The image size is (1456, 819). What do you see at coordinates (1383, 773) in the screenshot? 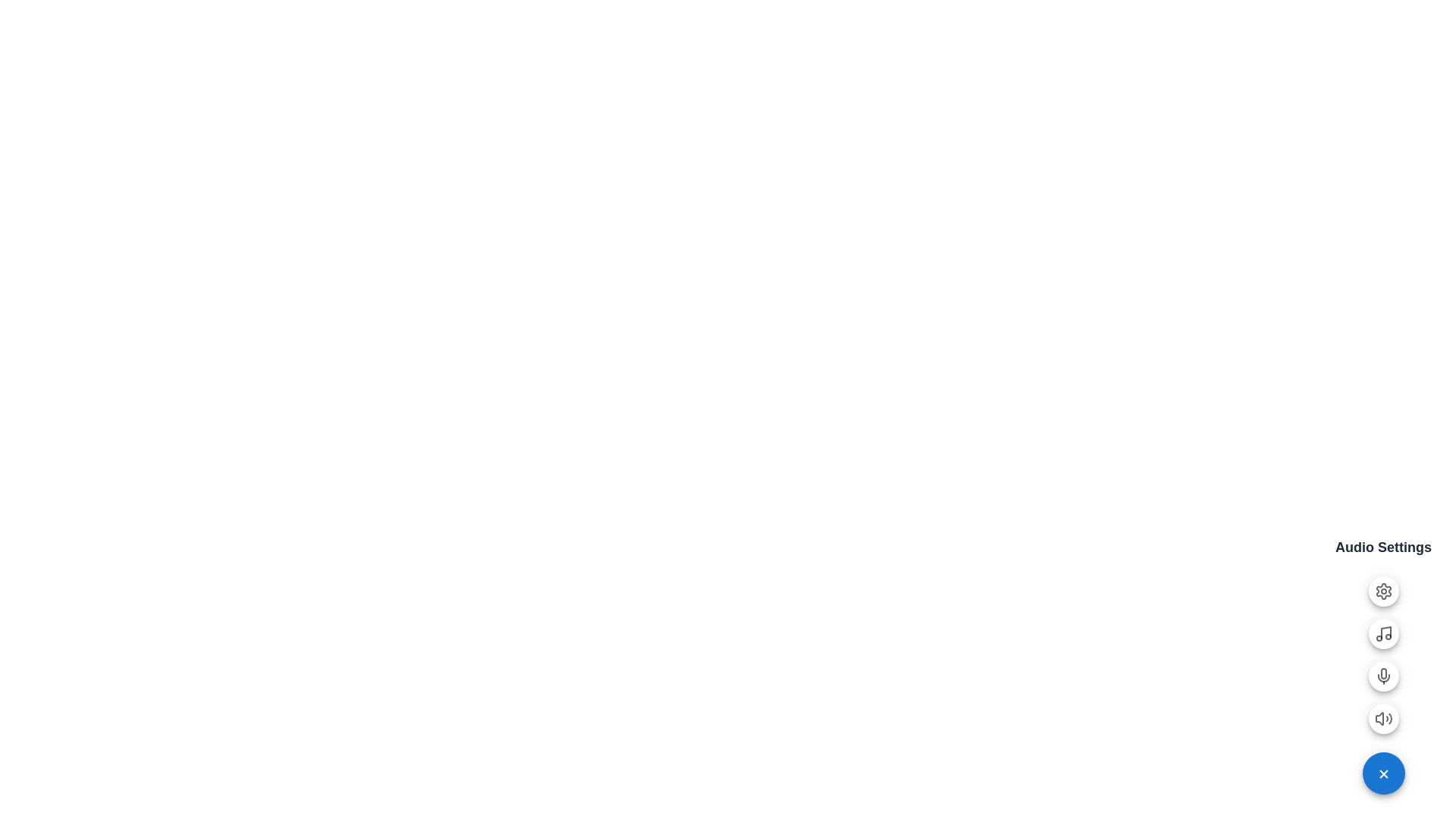
I see `the close icon button located at the bottom-most position in the vertical stack of circular buttons under the 'Audio Settings' section` at bounding box center [1383, 773].